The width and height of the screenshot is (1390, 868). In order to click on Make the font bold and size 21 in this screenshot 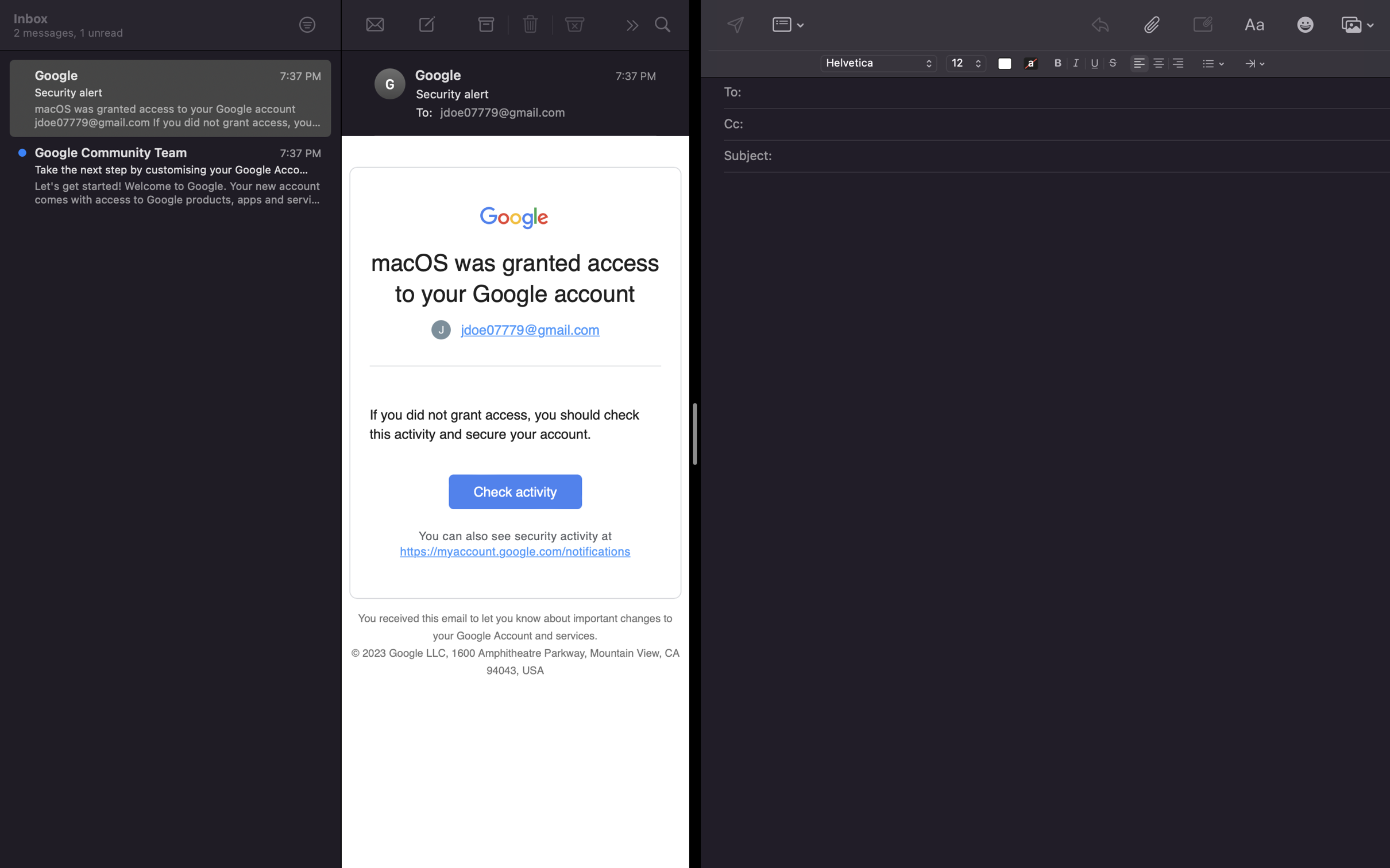, I will do `click(1058, 62)`.